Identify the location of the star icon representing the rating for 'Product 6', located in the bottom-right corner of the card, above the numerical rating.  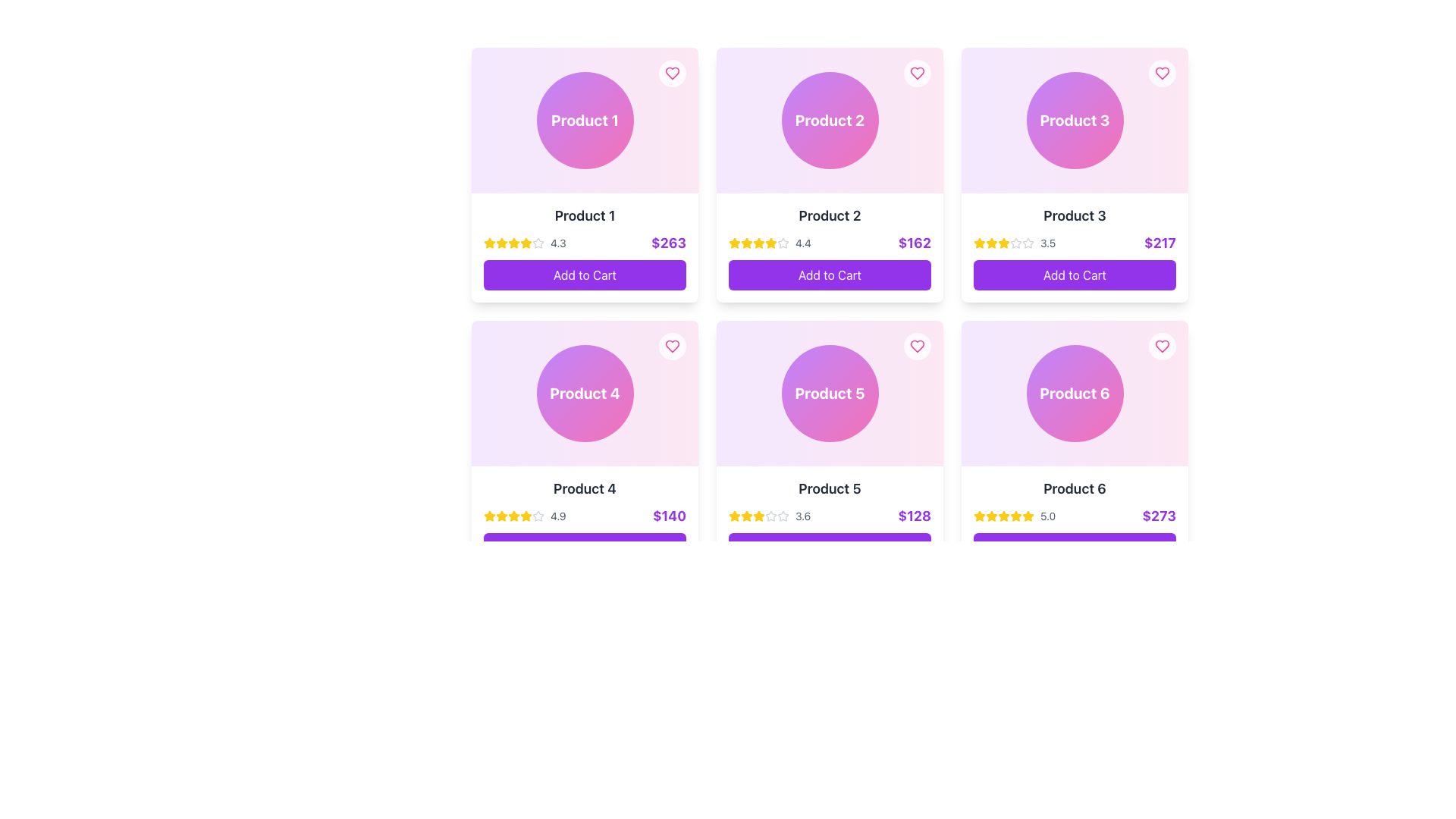
(1027, 514).